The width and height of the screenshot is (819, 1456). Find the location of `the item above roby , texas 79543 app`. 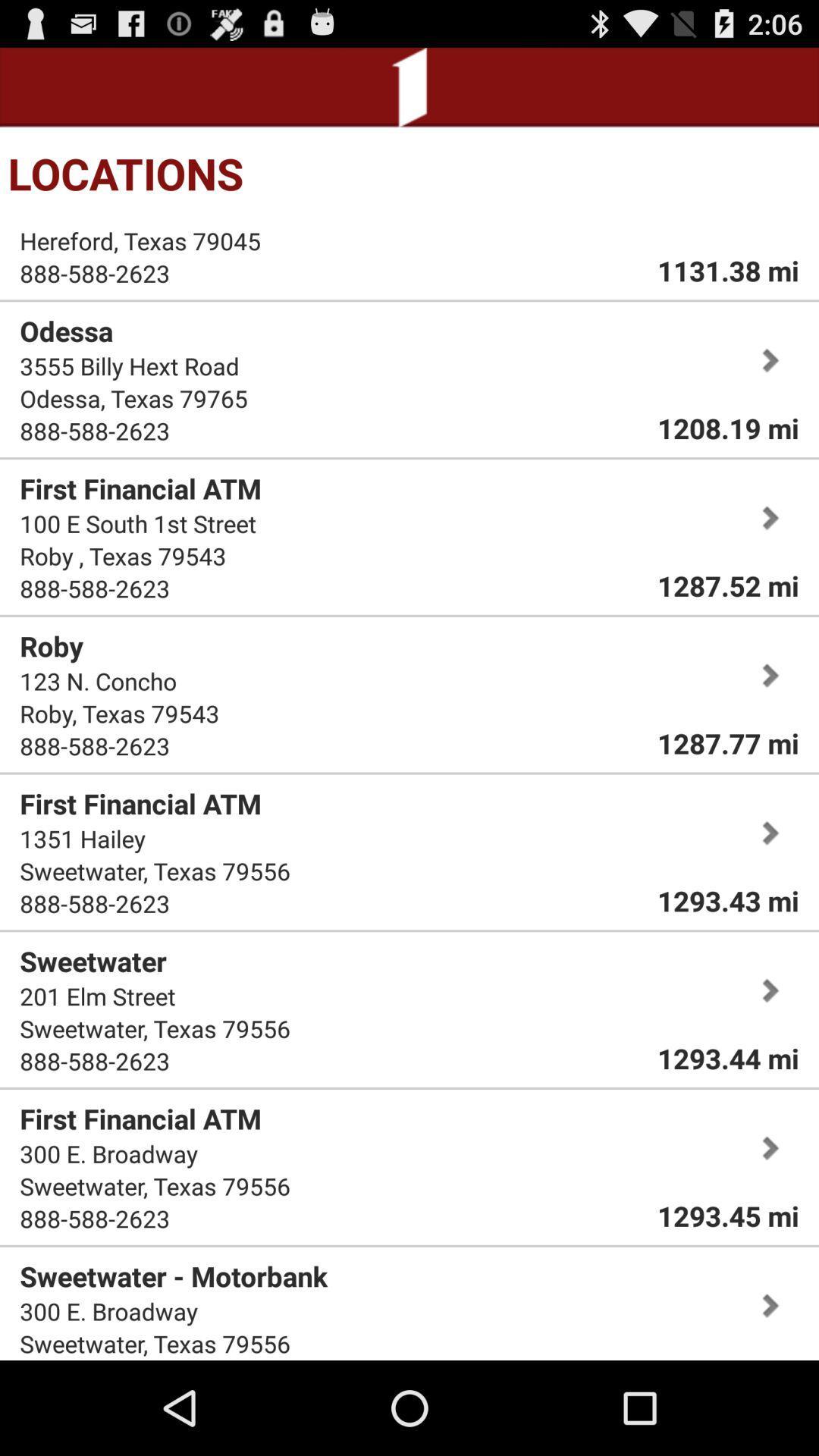

the item above roby , texas 79543 app is located at coordinates (138, 523).